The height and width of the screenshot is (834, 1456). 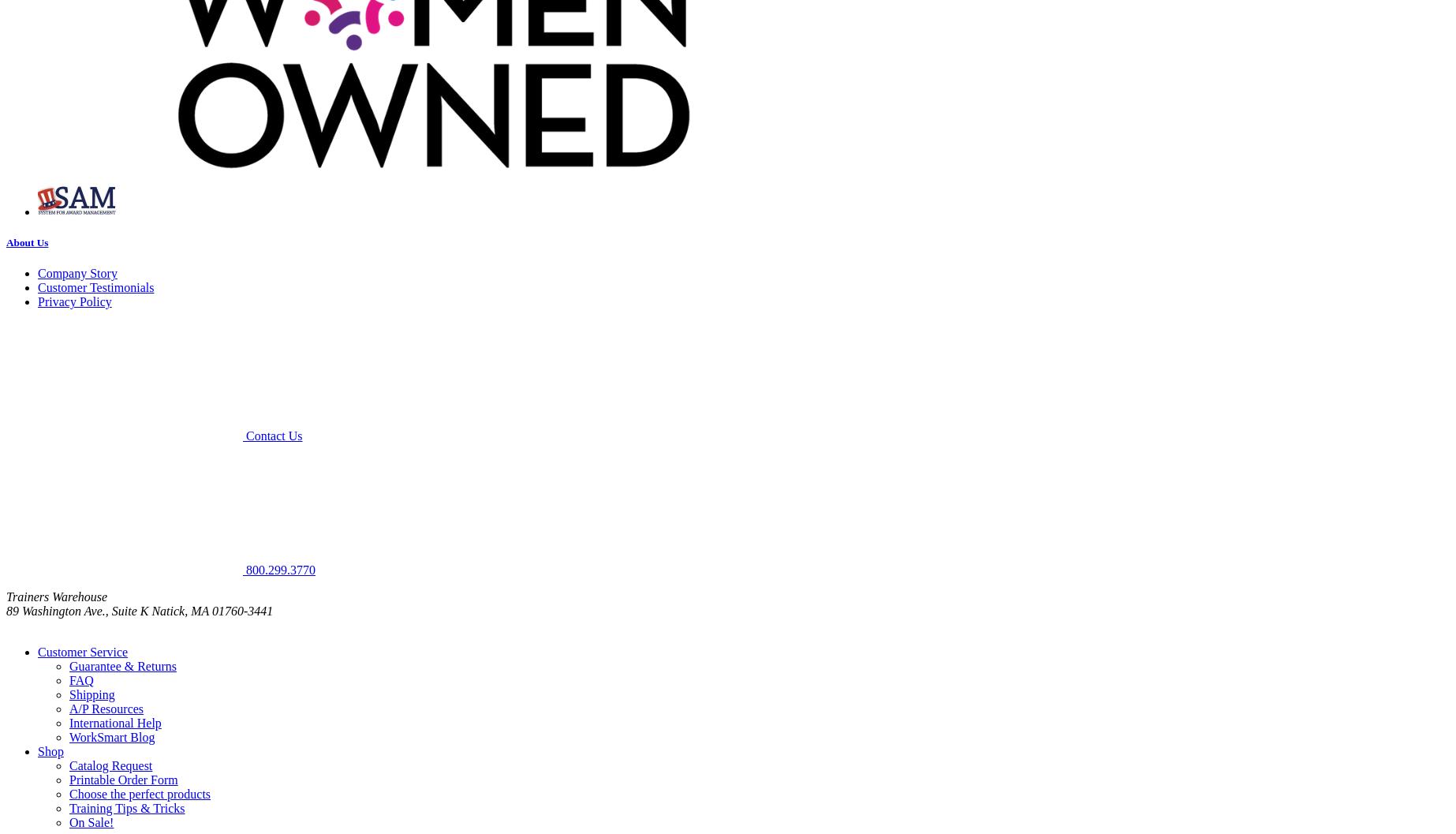 I want to click on '89 Washington Ave., Suite K 
                    Natick, MA 01760-3441', so click(x=140, y=611).